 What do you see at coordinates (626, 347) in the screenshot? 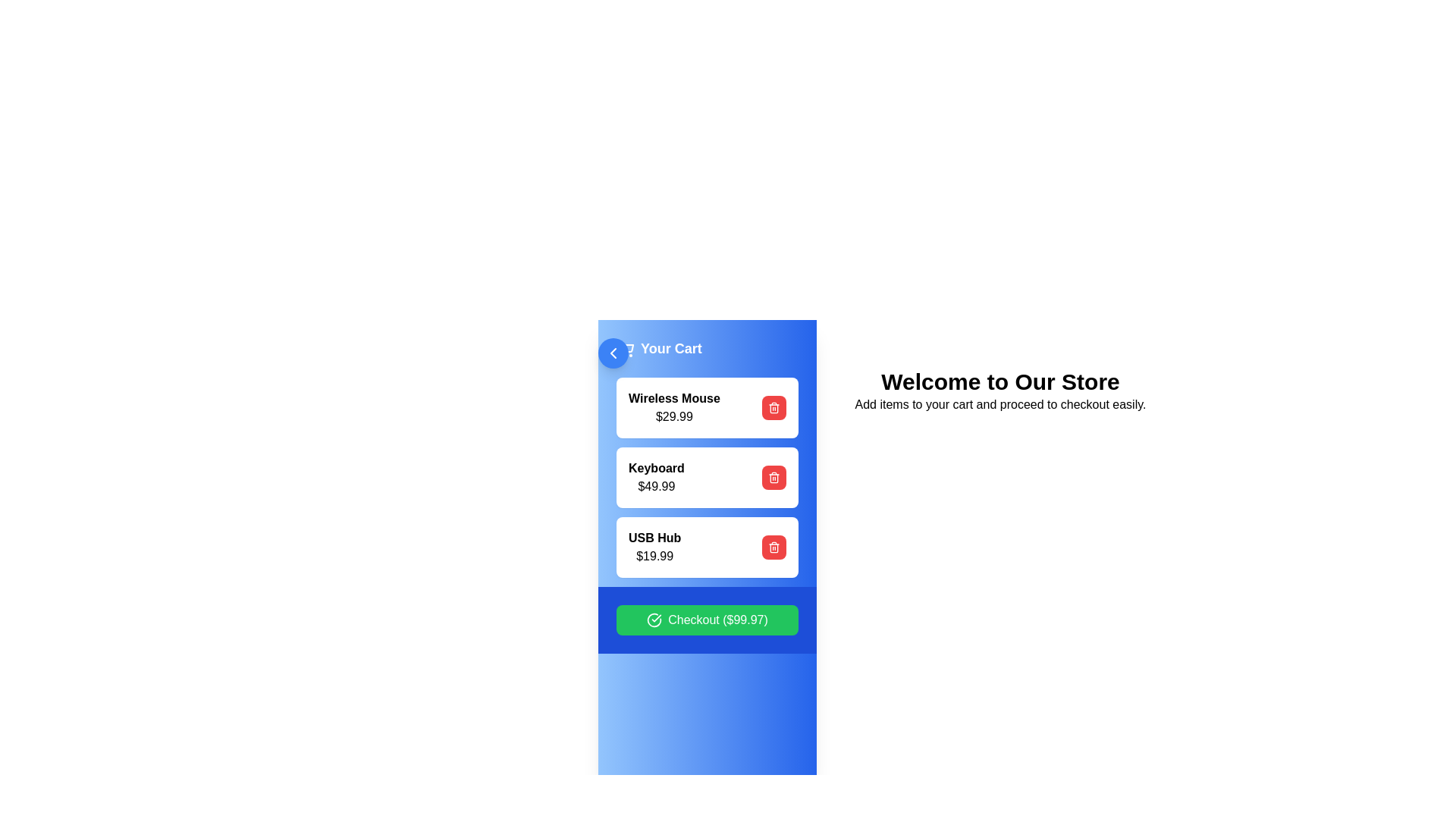
I see `the illustrative shopping cart icon, which is styled in a line-art fashion and located in the top-left segment of the interface, adjacent to the 'Your Cart' heading` at bounding box center [626, 347].